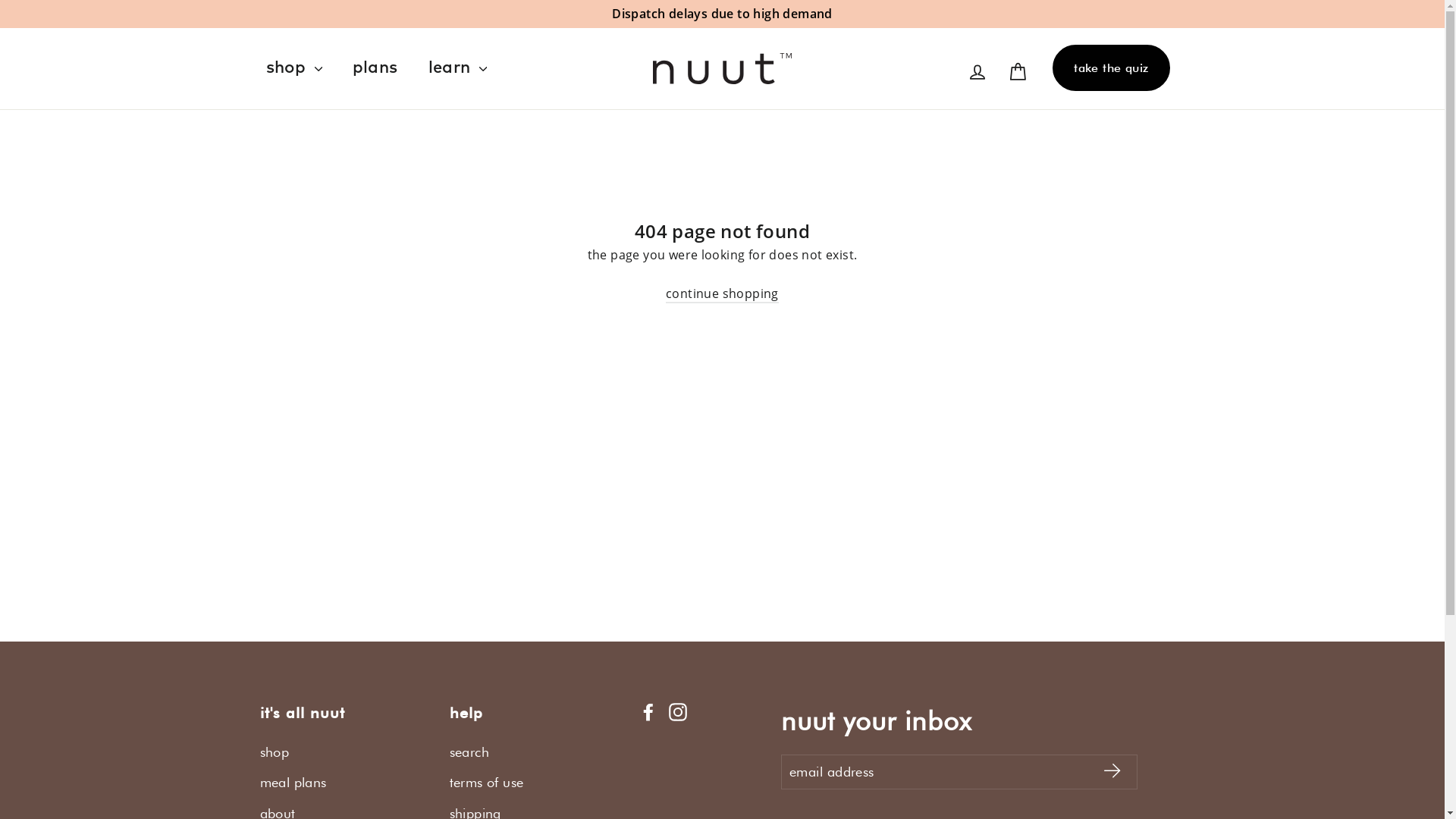  I want to click on 'skip to content', so click(0, 0).